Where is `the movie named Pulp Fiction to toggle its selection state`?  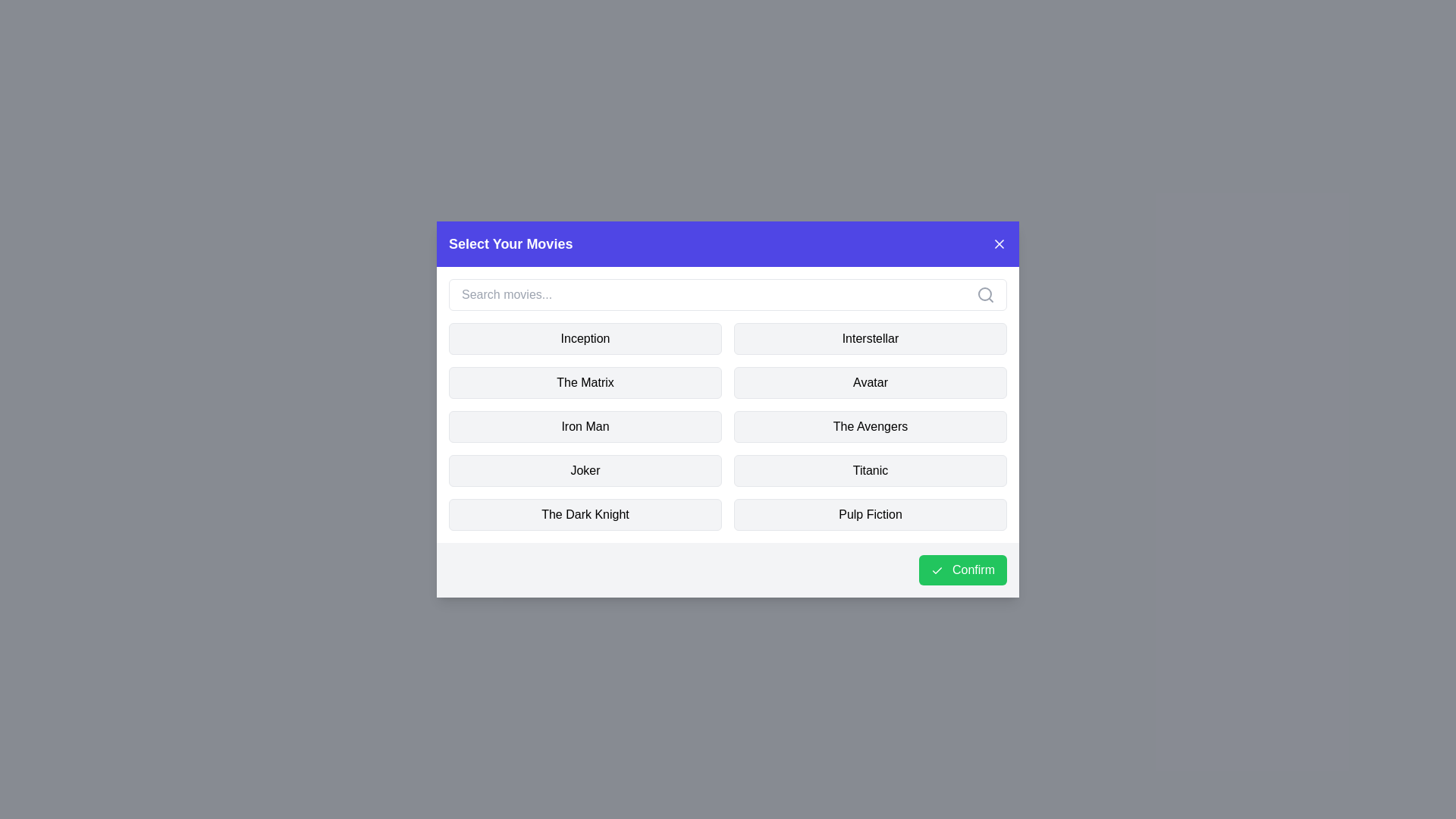
the movie named Pulp Fiction to toggle its selection state is located at coordinates (870, 513).